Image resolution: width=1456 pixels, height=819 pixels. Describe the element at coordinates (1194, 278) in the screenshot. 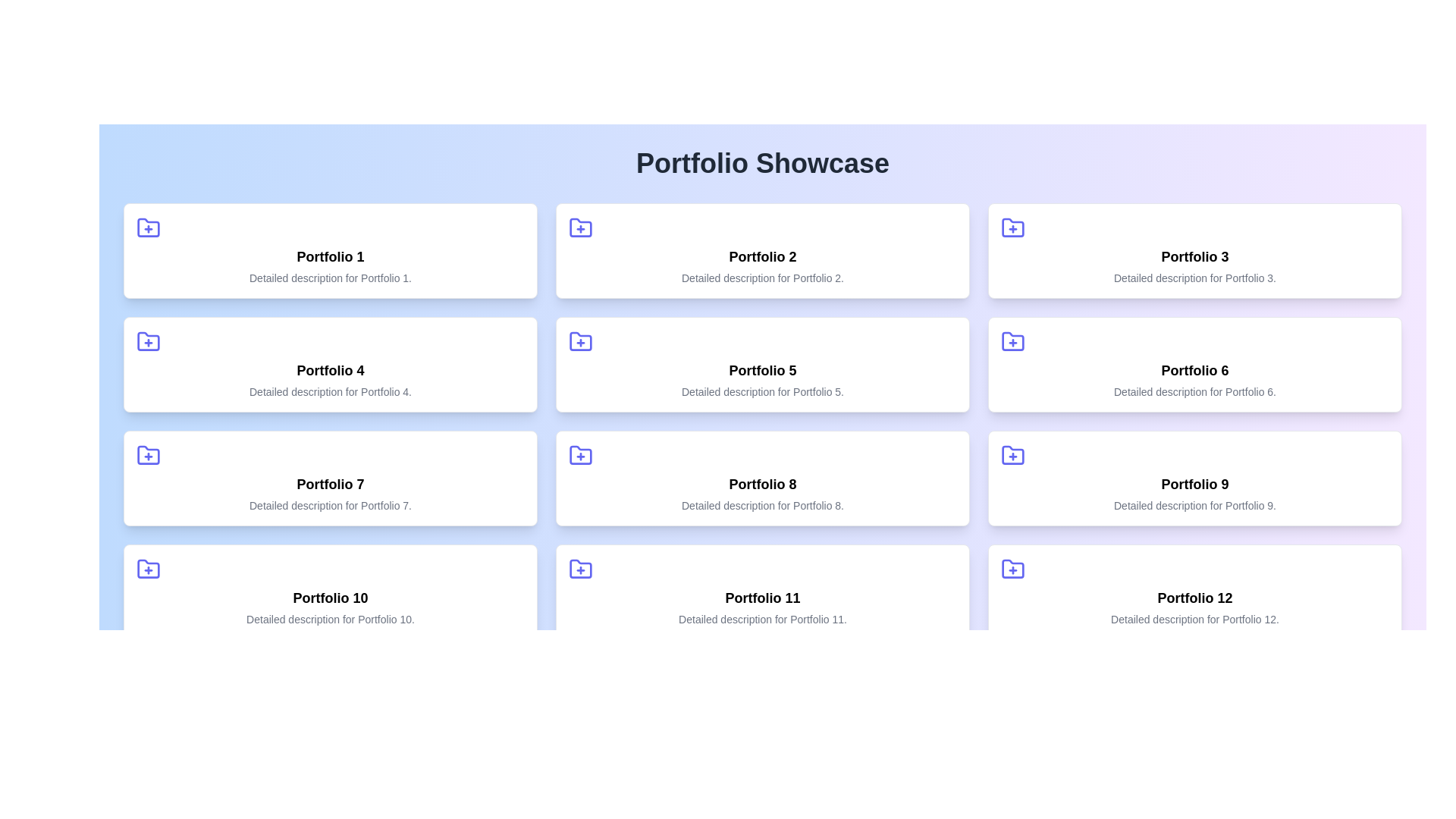

I see `the text element that reads 'Detailed description for Portfolio 3.' which is styled in small, gray font and located within the card of Portfolio 3, positioned below the title` at that location.